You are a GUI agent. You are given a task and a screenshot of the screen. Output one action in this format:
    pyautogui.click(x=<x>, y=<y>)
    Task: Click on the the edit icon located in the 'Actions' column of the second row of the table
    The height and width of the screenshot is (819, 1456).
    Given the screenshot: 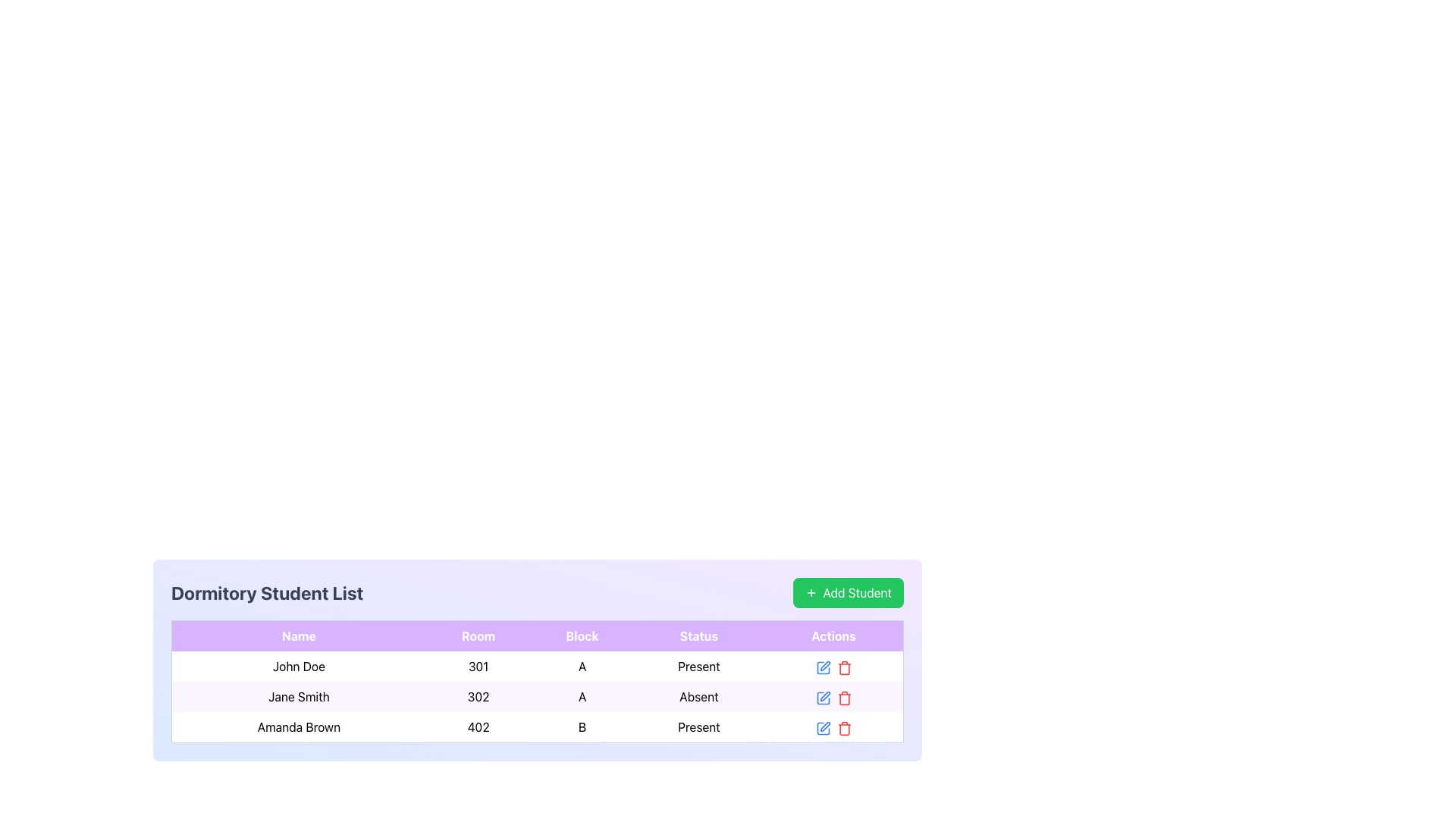 What is the action you would take?
    pyautogui.click(x=822, y=698)
    